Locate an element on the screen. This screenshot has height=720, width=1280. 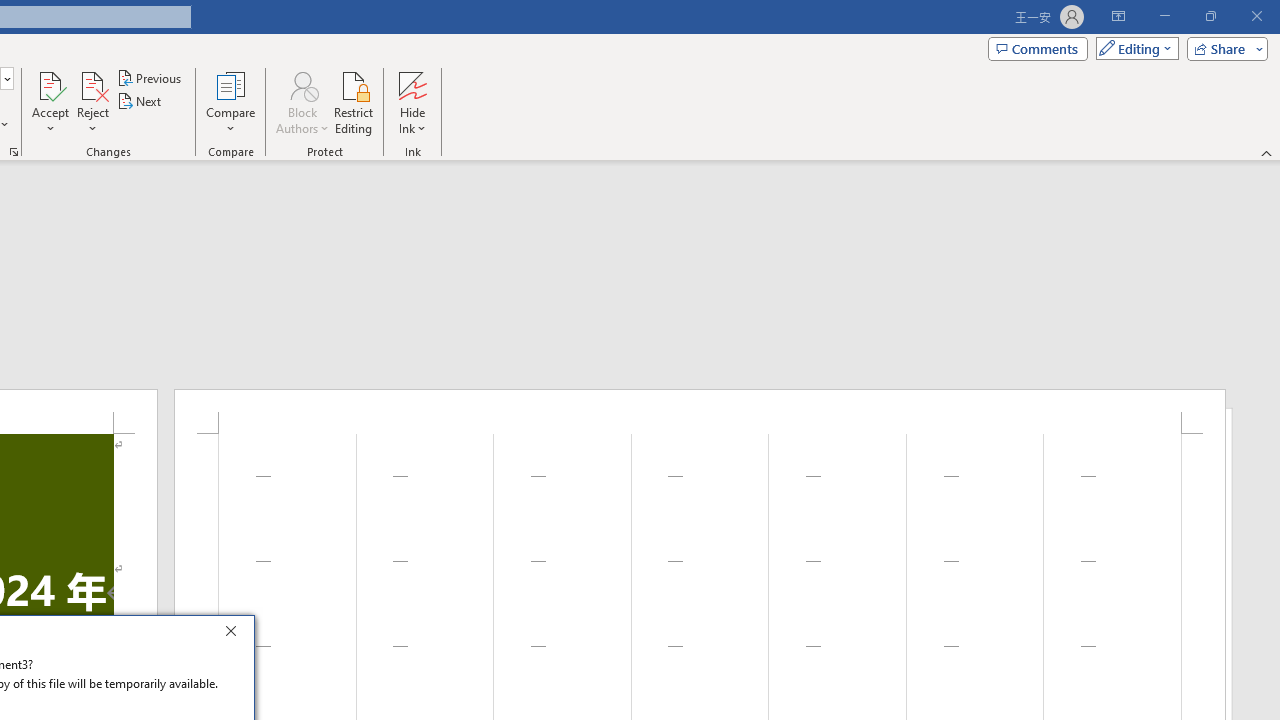
'Collapse the Ribbon' is located at coordinates (1266, 152).